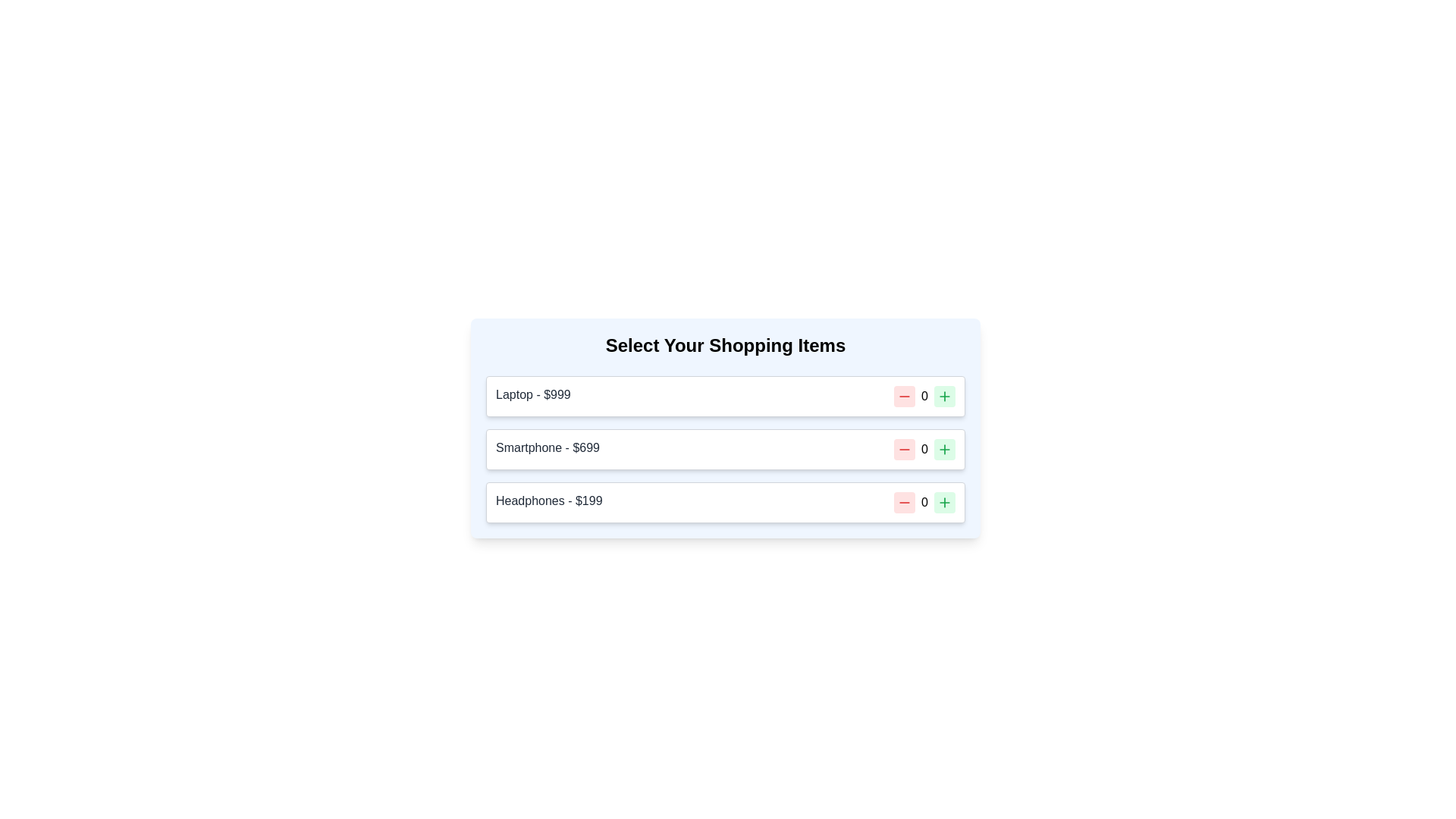  I want to click on the decrement button for the 'Laptop' item in the user's cart, so click(905, 396).